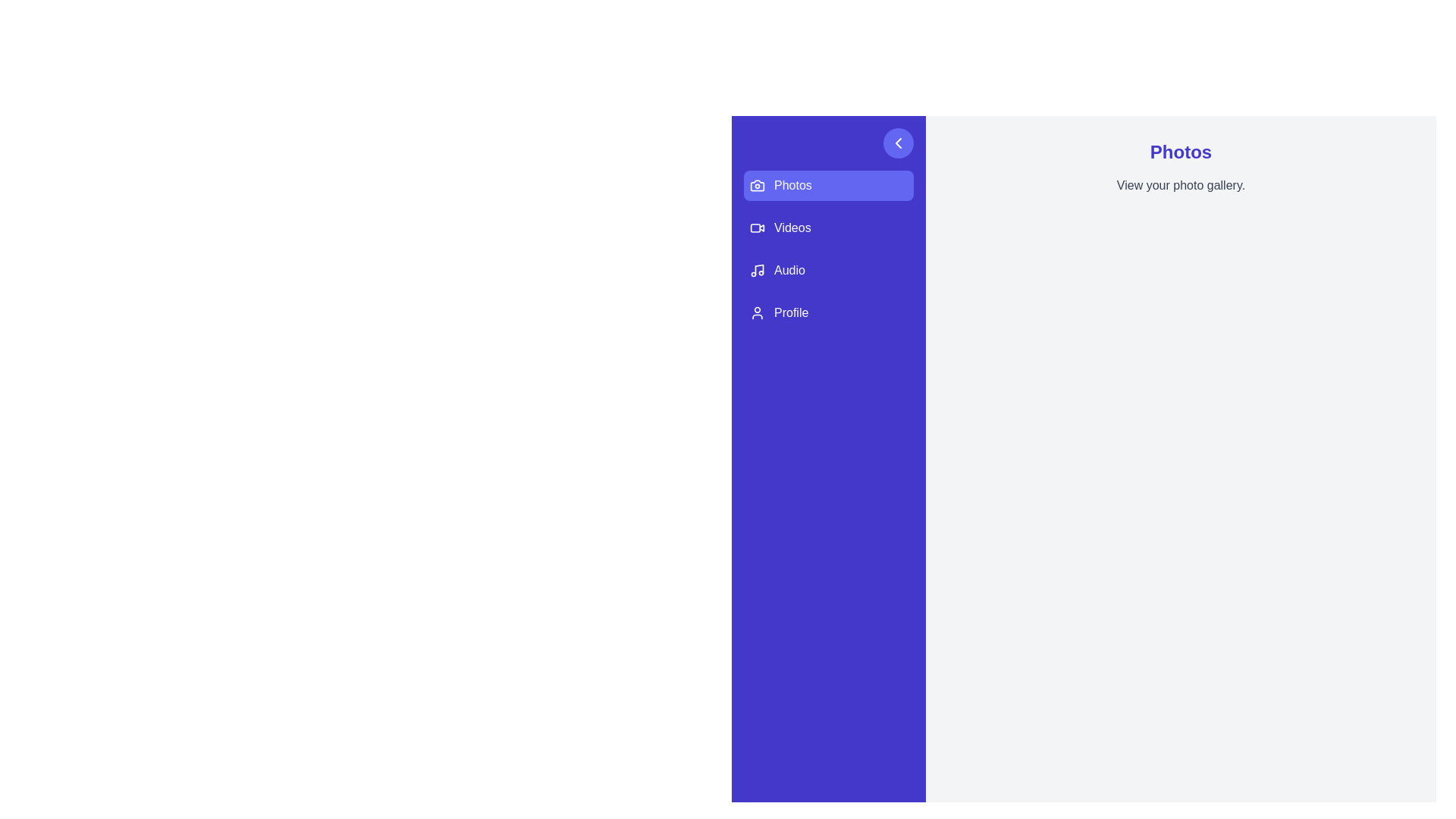 The image size is (1456, 819). What do you see at coordinates (828, 270) in the screenshot?
I see `the 'Audio' navigation menu item located in the sidebar, which is positioned third from the top, between 'Videos' and 'Profile'` at bounding box center [828, 270].